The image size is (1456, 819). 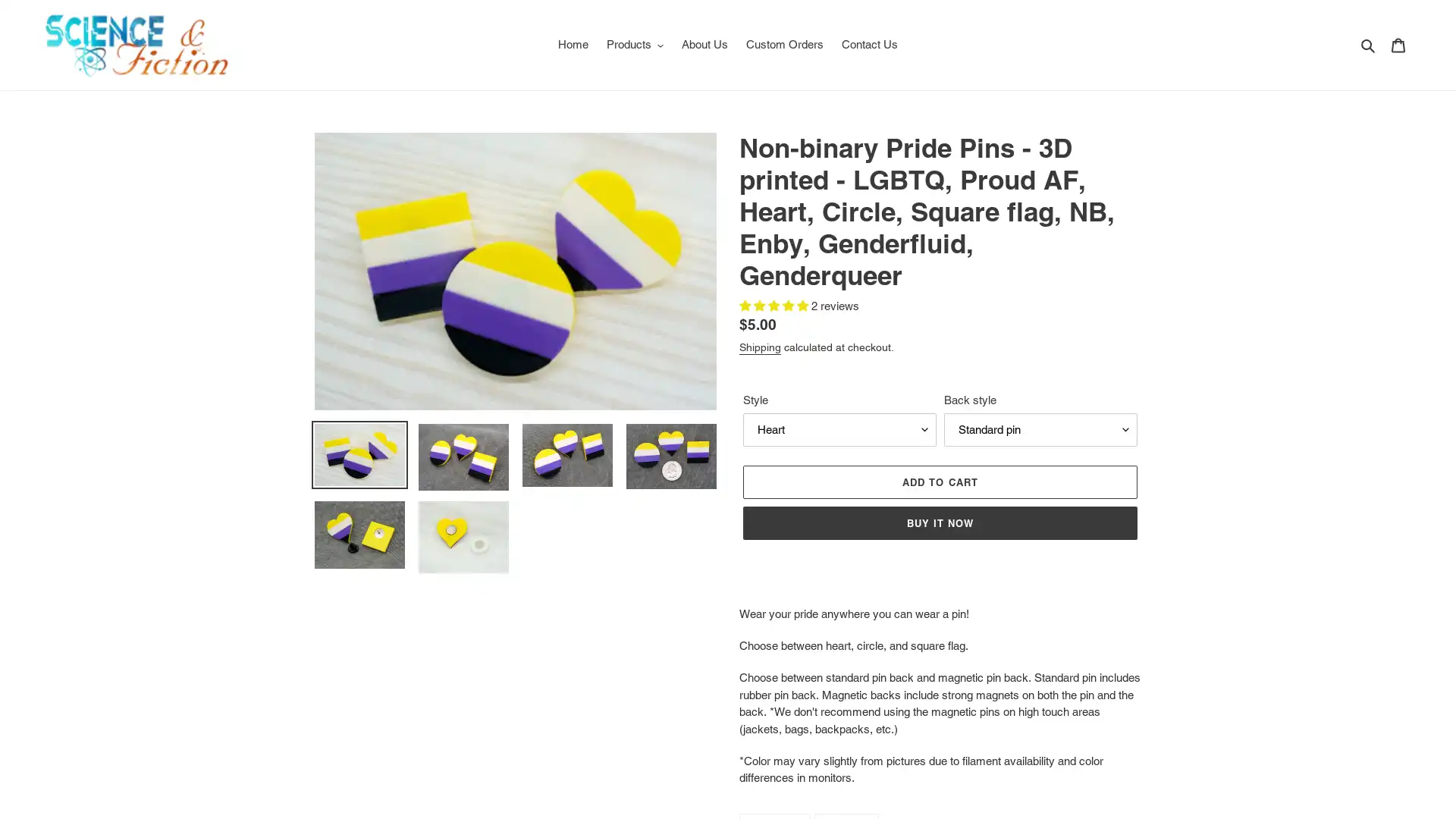 What do you see at coordinates (775, 305) in the screenshot?
I see `5.00 stars` at bounding box center [775, 305].